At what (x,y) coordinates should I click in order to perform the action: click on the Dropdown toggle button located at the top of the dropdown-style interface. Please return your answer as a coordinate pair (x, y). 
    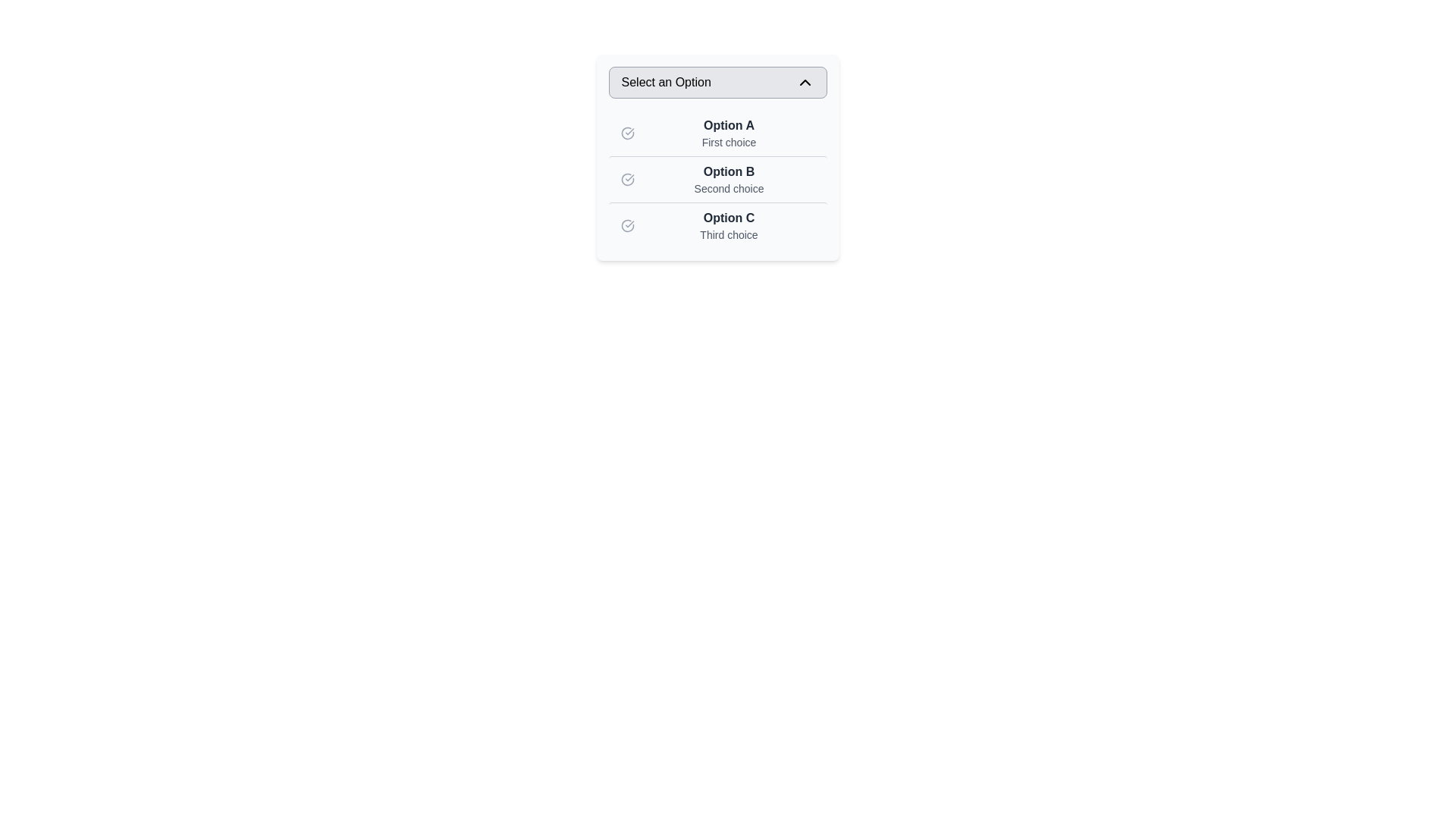
    Looking at the image, I should click on (717, 82).